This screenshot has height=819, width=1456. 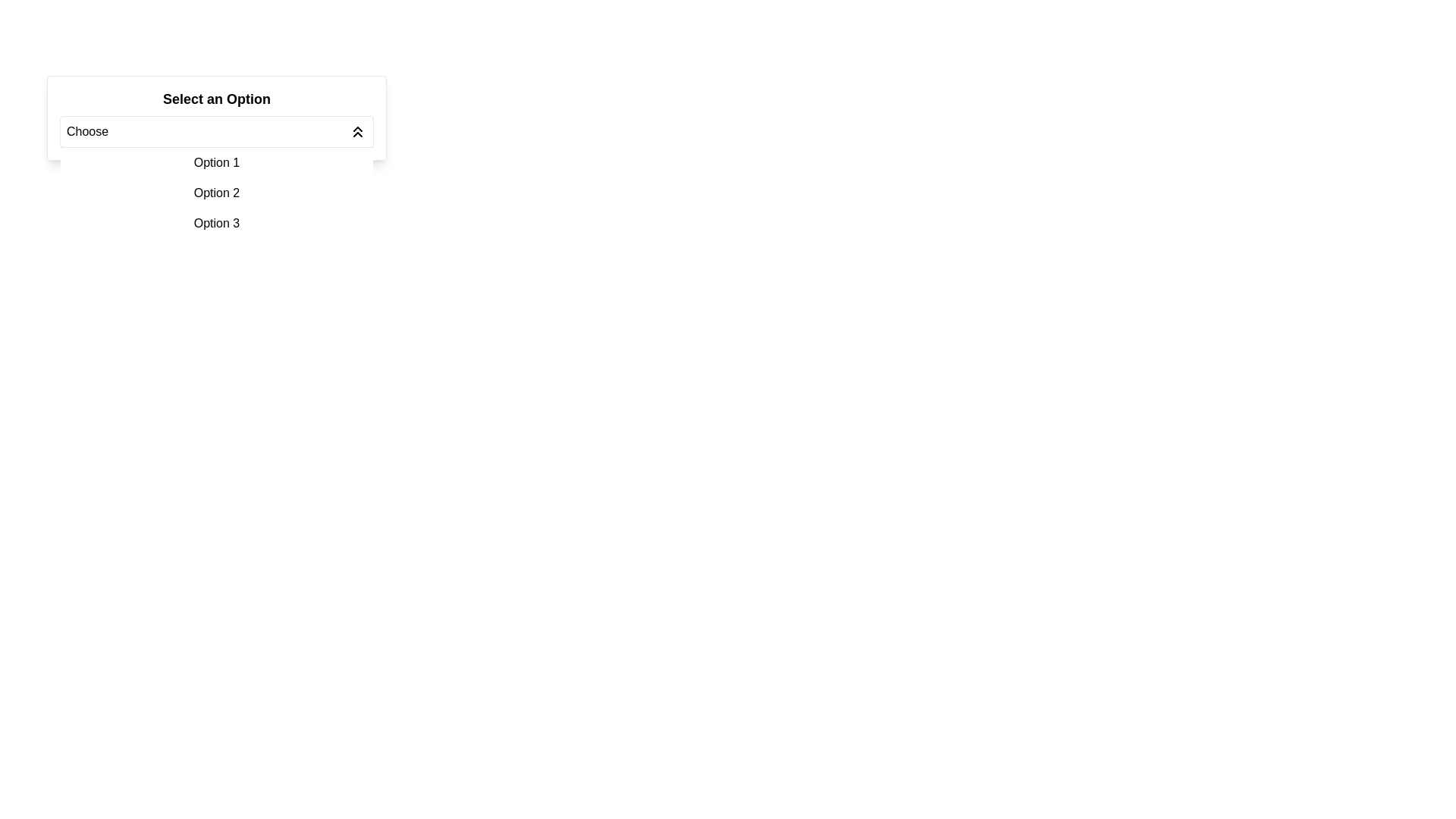 I want to click on the Dropdown menu option located beneath the 'Choose' label, so click(x=216, y=192).